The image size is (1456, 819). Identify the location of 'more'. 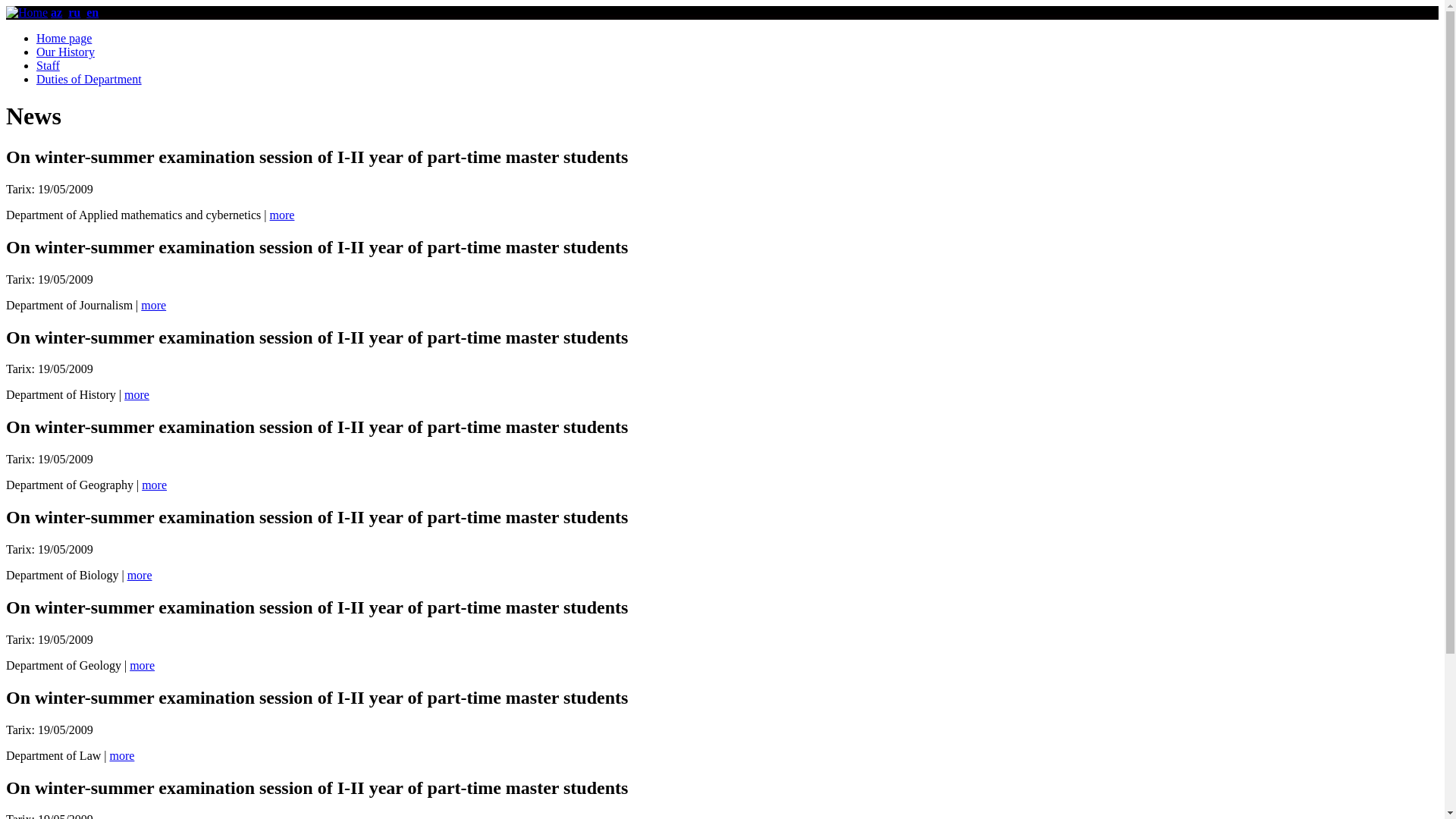
(154, 485).